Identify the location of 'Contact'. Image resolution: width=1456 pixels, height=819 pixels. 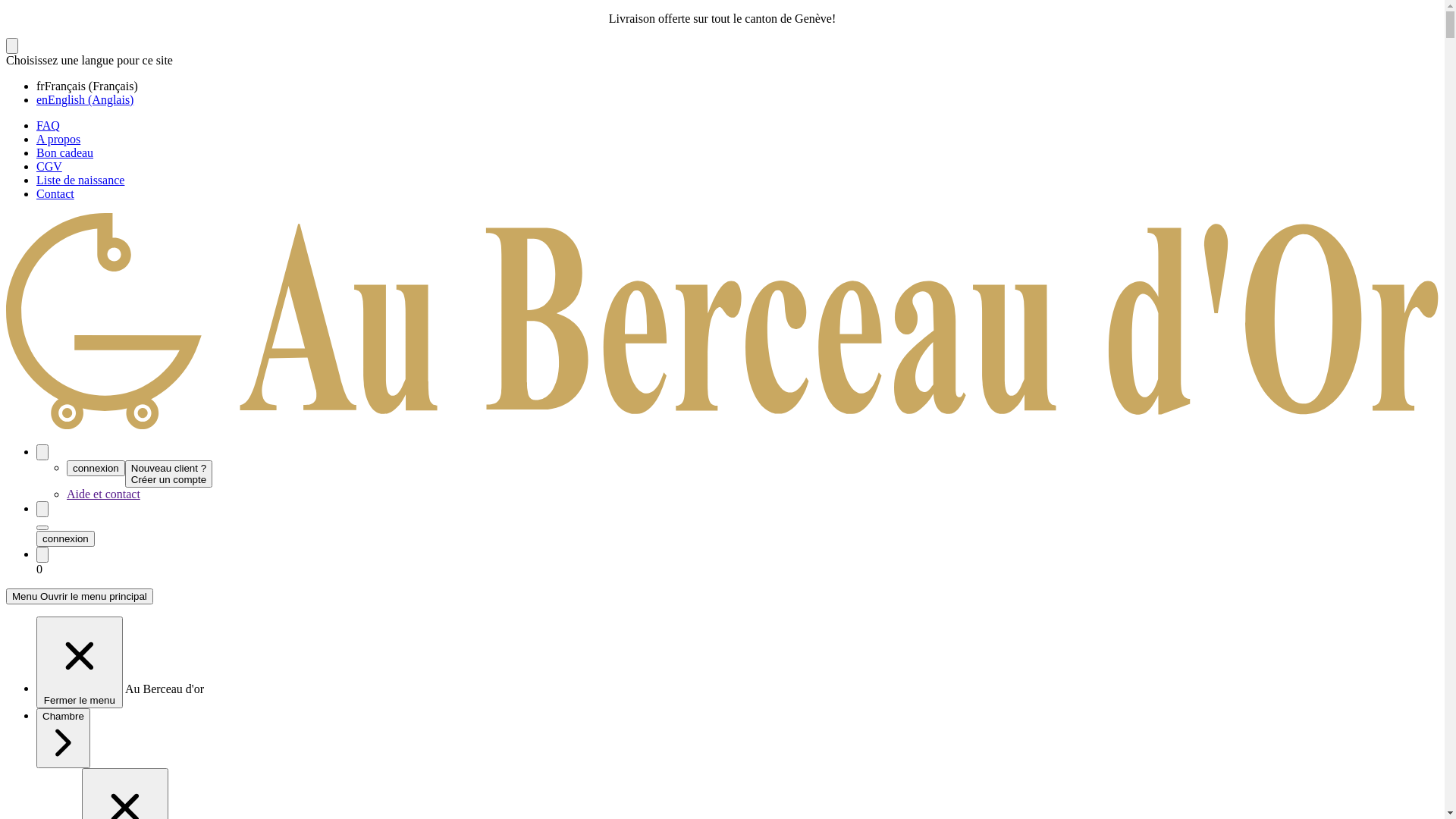
(36, 193).